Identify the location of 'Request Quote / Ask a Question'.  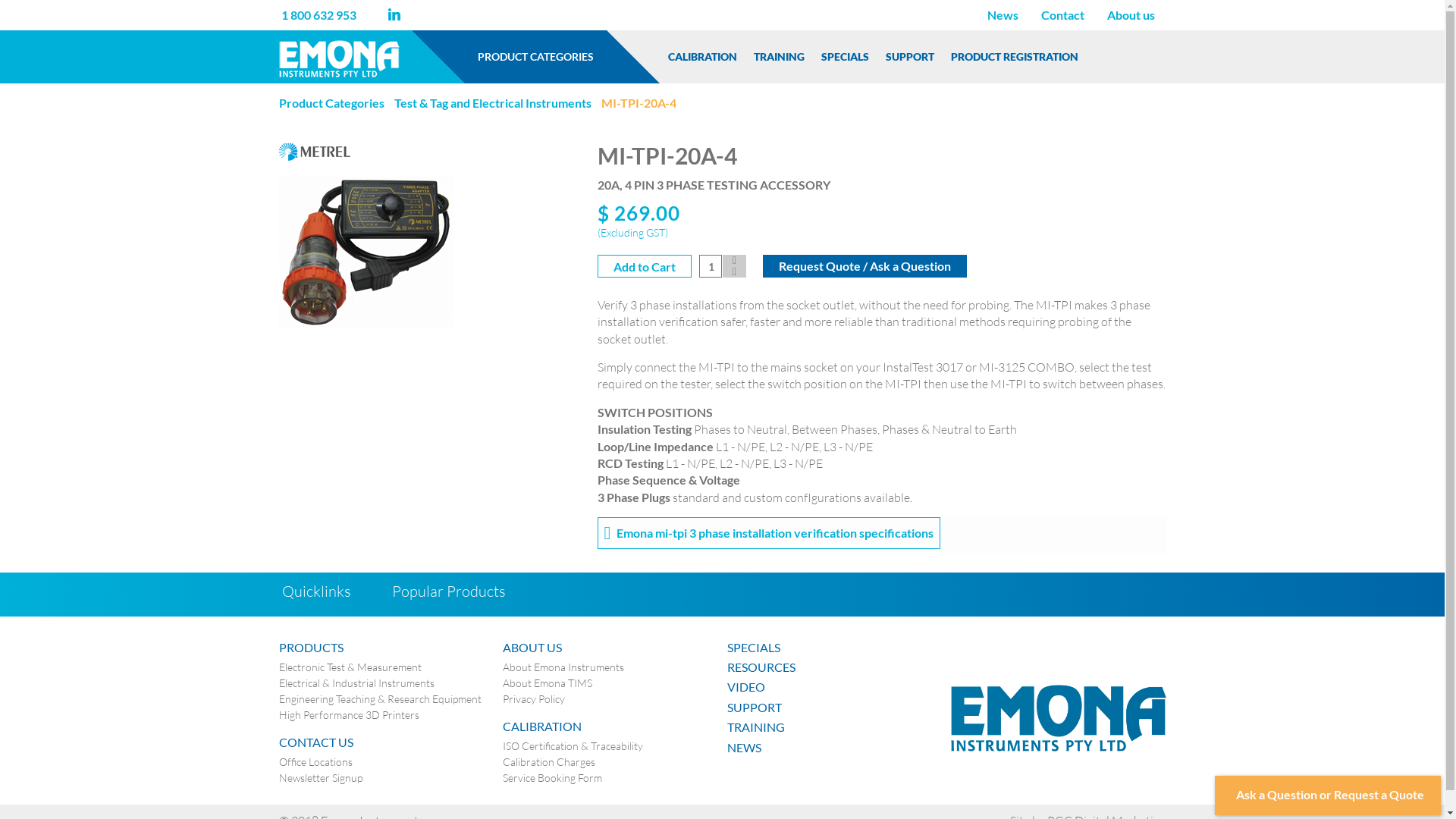
(864, 265).